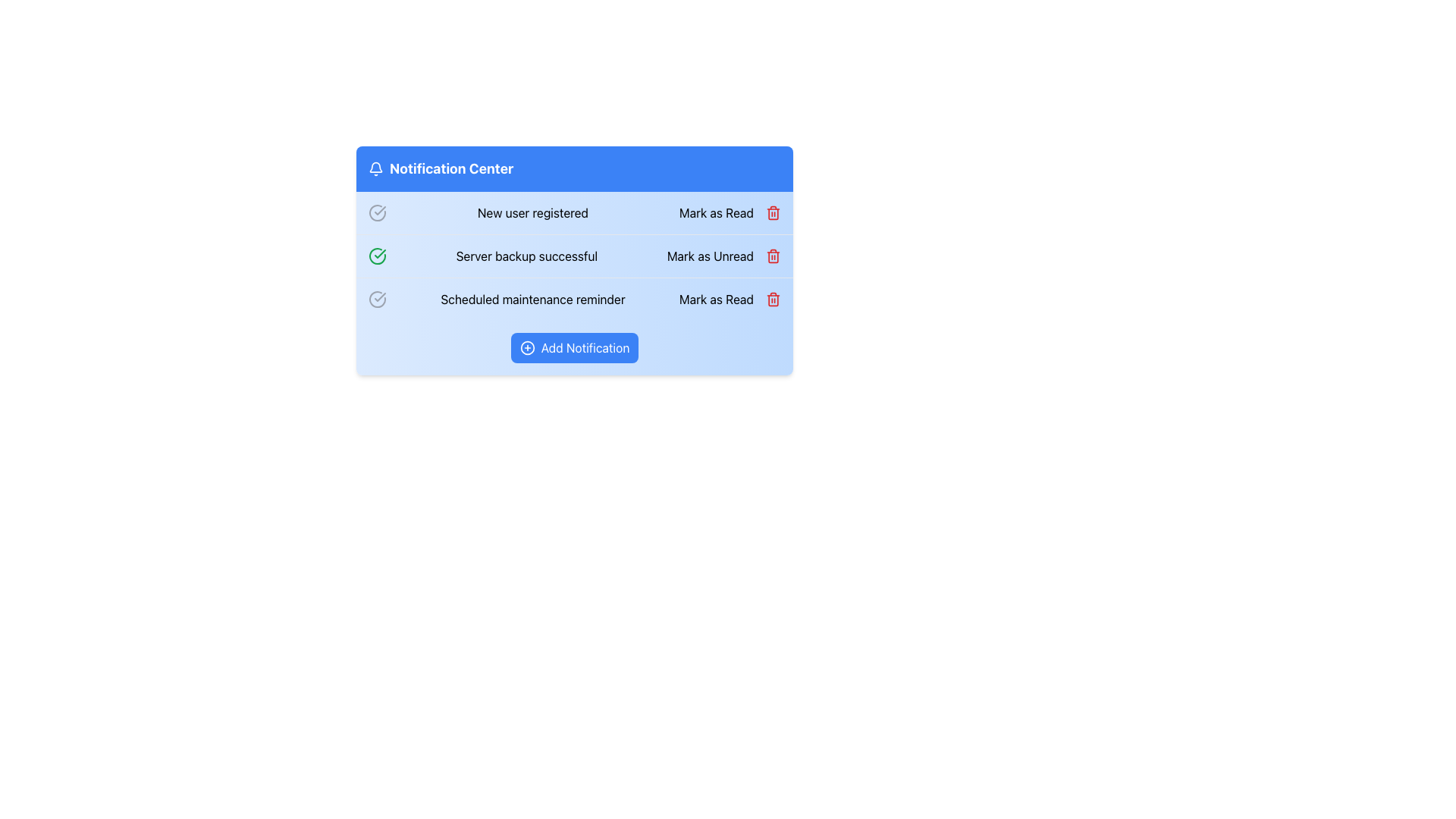 Image resolution: width=1456 pixels, height=819 pixels. Describe the element at coordinates (574, 255) in the screenshot. I see `the Notification List Item that indicates the successful completion of a server backup` at that location.